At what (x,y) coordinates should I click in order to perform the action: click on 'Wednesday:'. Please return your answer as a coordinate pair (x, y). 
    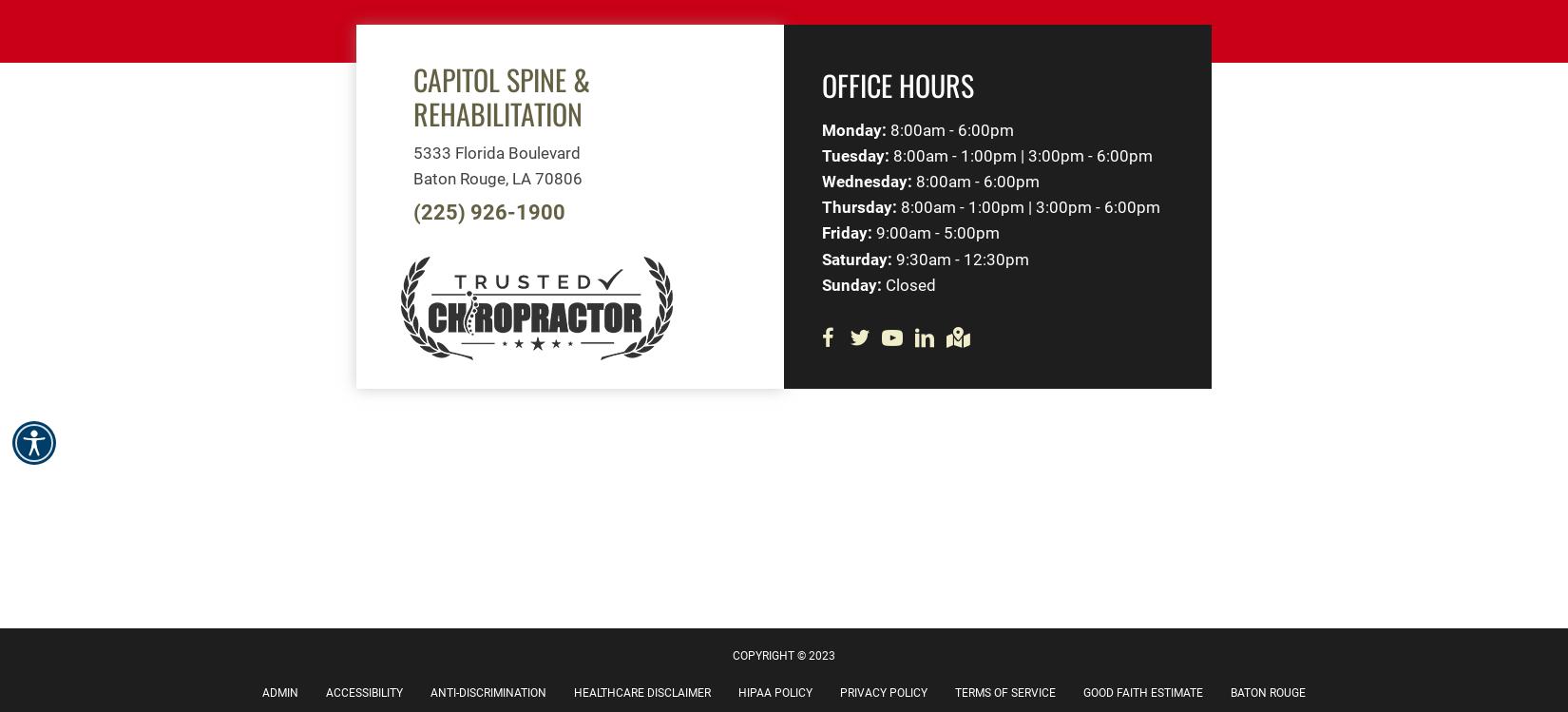
    Looking at the image, I should click on (867, 180).